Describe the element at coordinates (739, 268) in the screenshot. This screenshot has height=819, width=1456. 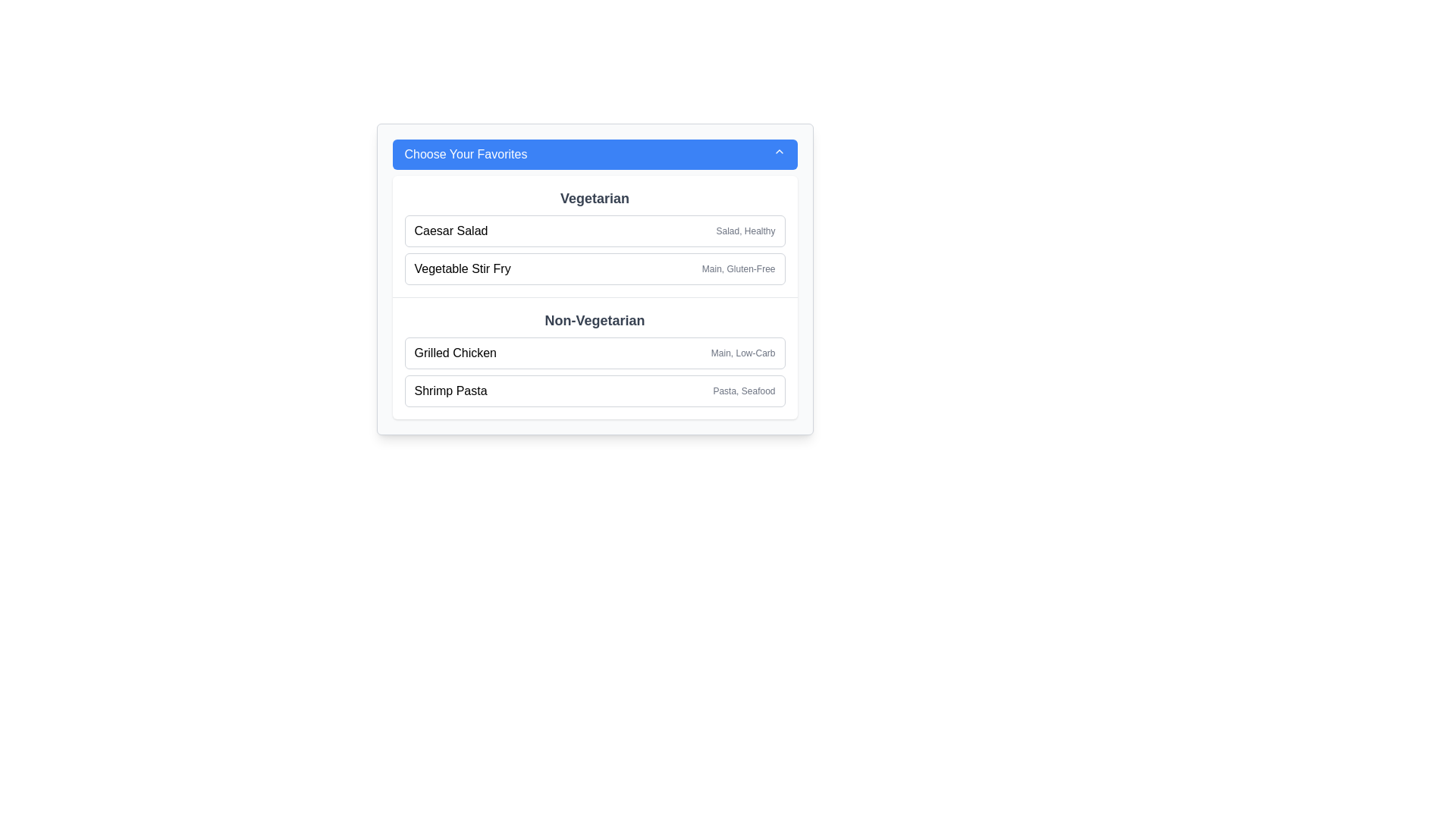
I see `text label providing additional details about the dish 'Vegetable Stir Fry' located in the 'Vegetarian' section of the menu interface, positioned to the far right of the corresponding row` at that location.